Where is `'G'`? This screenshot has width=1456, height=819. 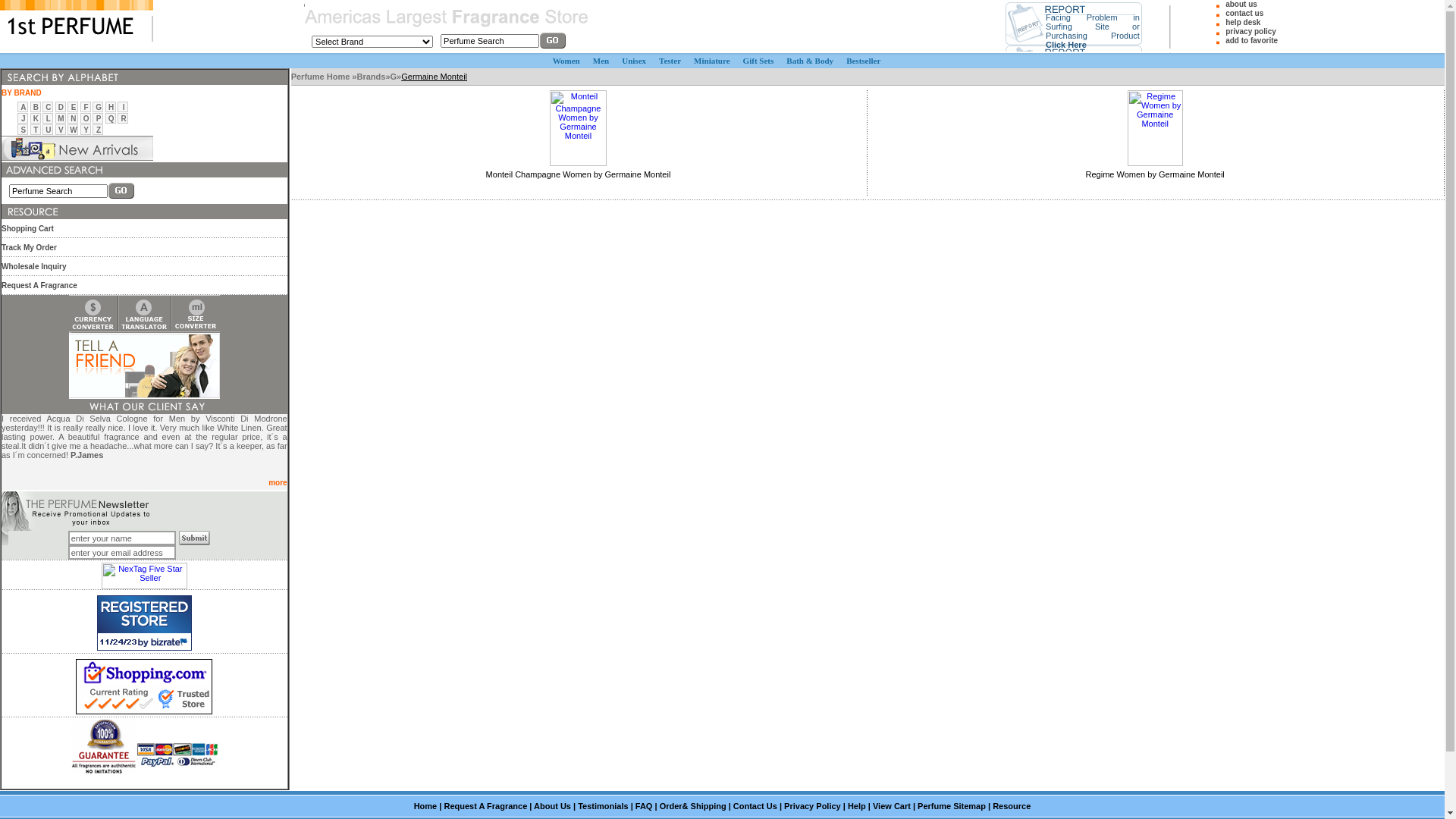
'G' is located at coordinates (394, 76).